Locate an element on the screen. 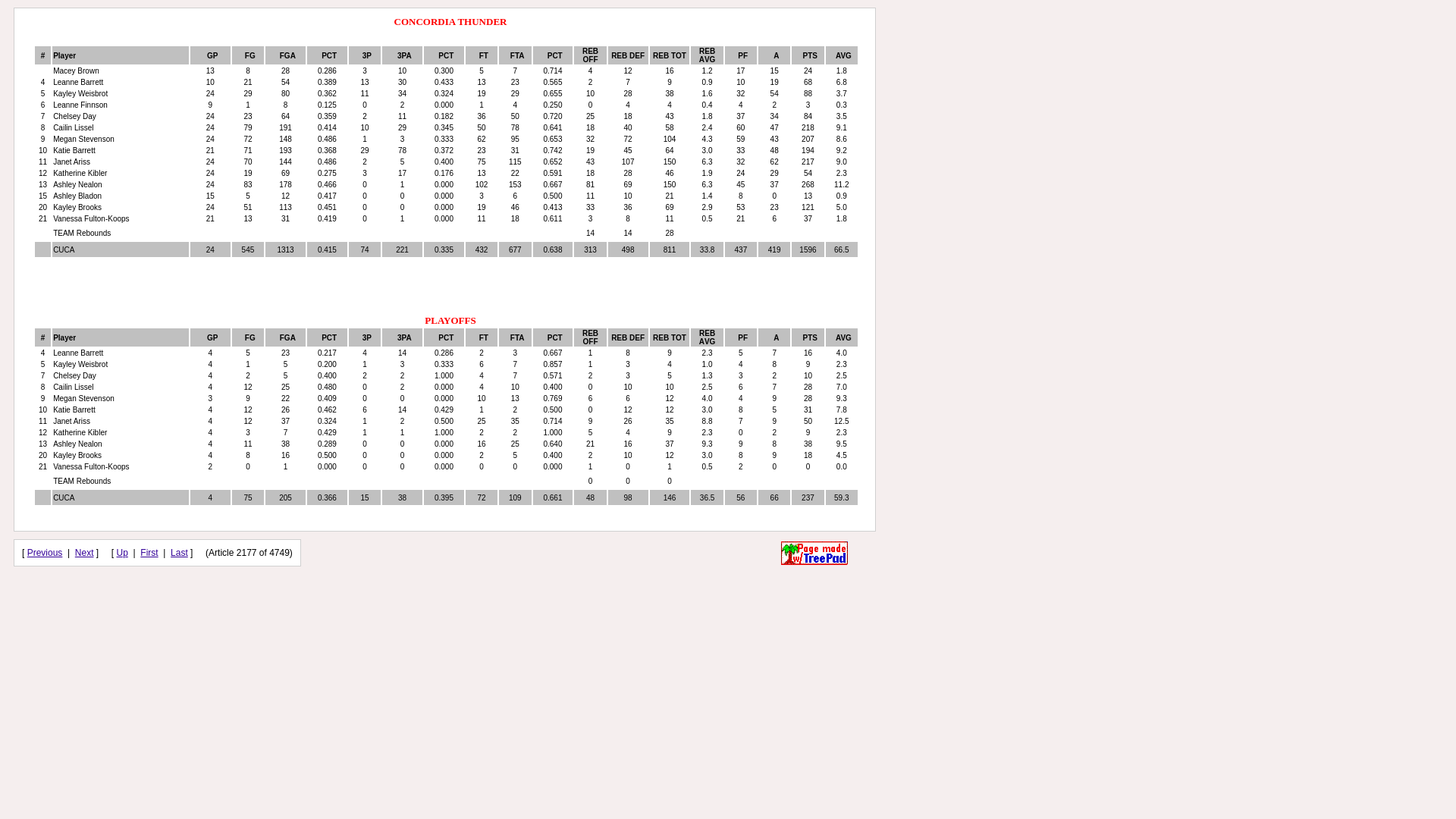  'Up' is located at coordinates (122, 553).